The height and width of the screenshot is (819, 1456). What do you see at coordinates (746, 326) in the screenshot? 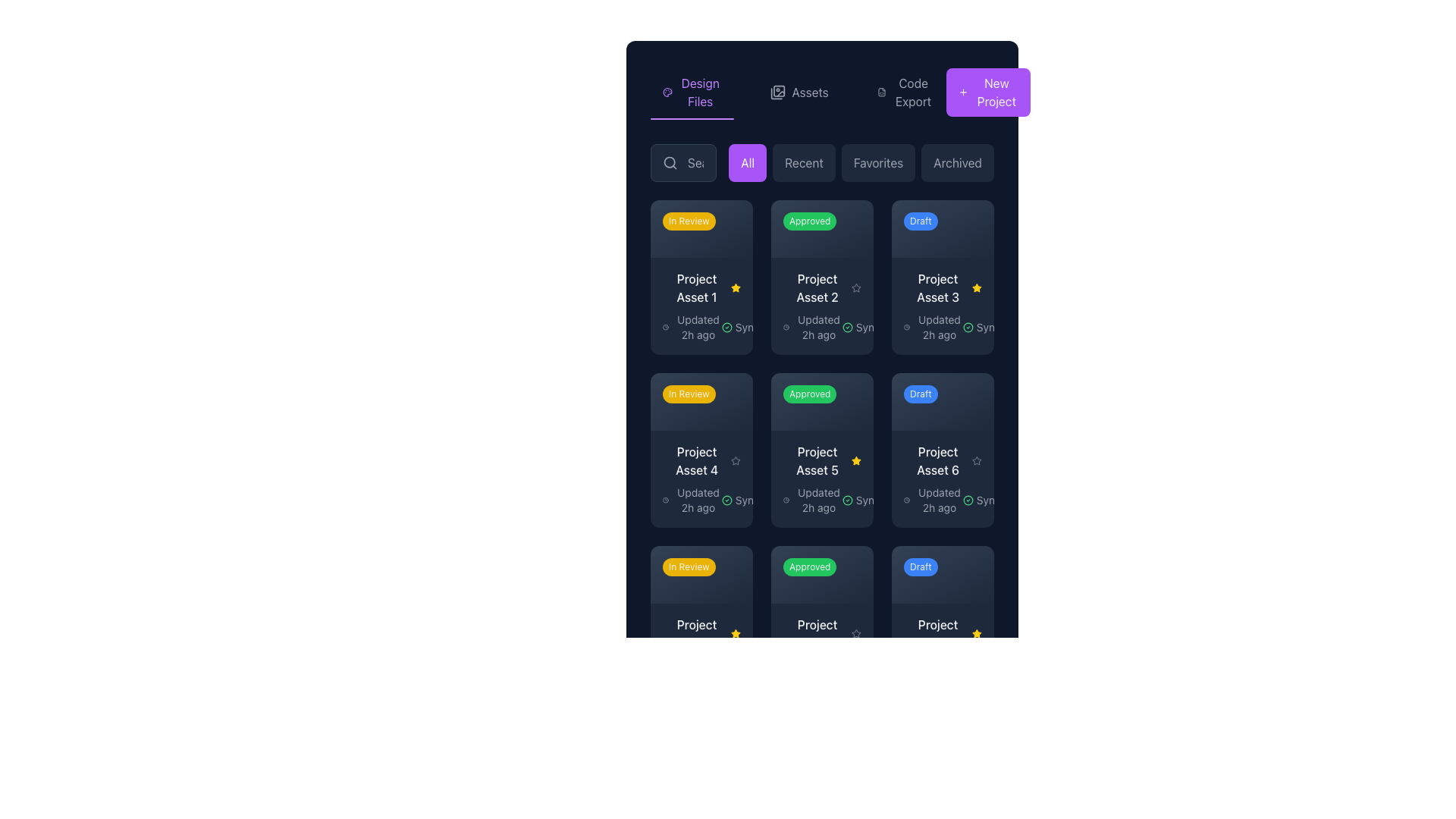
I see `synchronization status from the Status indicator which features a green circular icon with a checkmark and the text 'Synced' in light gray, located towards the bottom-left edge of the card` at bounding box center [746, 326].